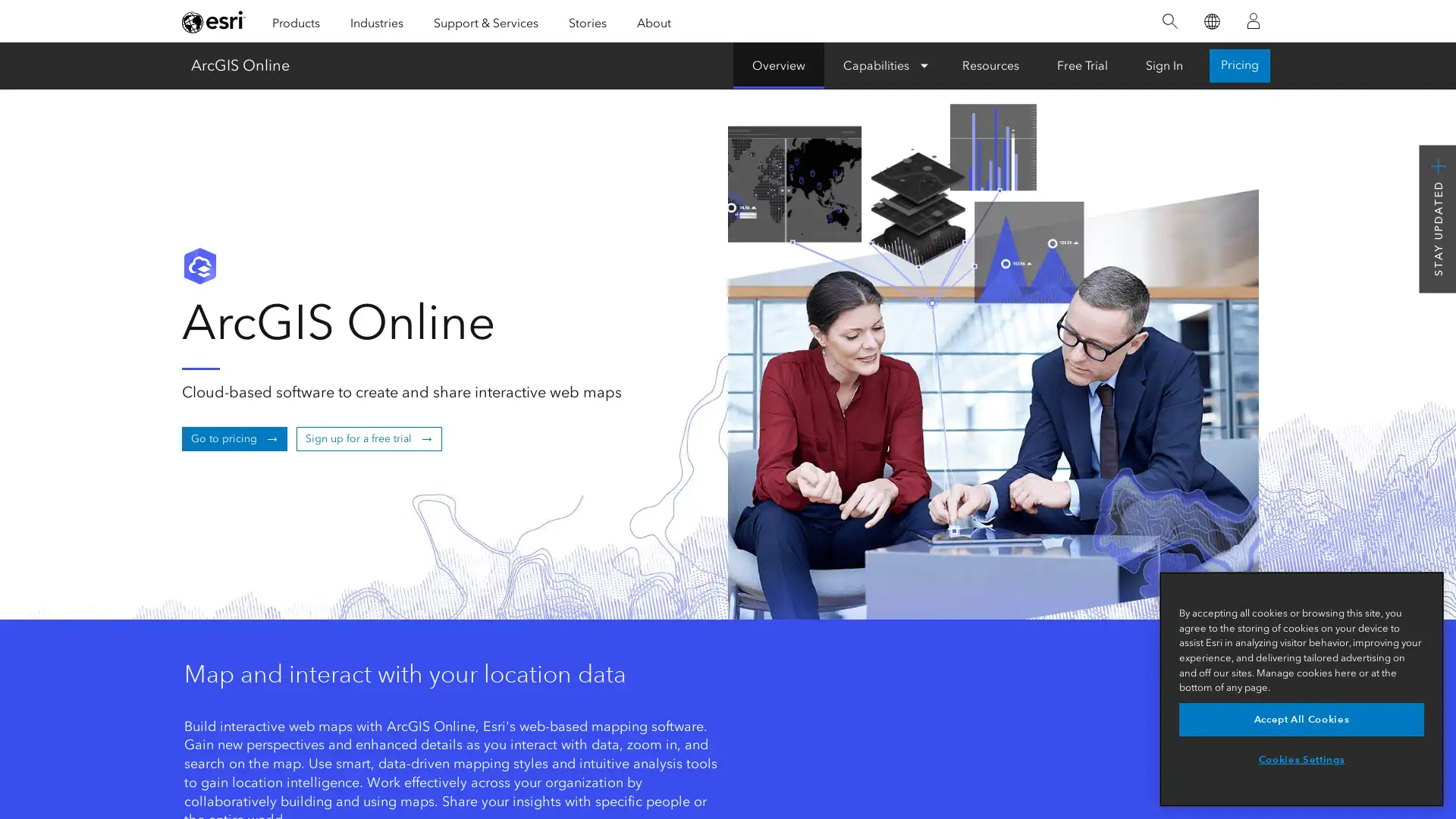 This screenshot has width=1456, height=819. I want to click on Stories, so click(586, 20).